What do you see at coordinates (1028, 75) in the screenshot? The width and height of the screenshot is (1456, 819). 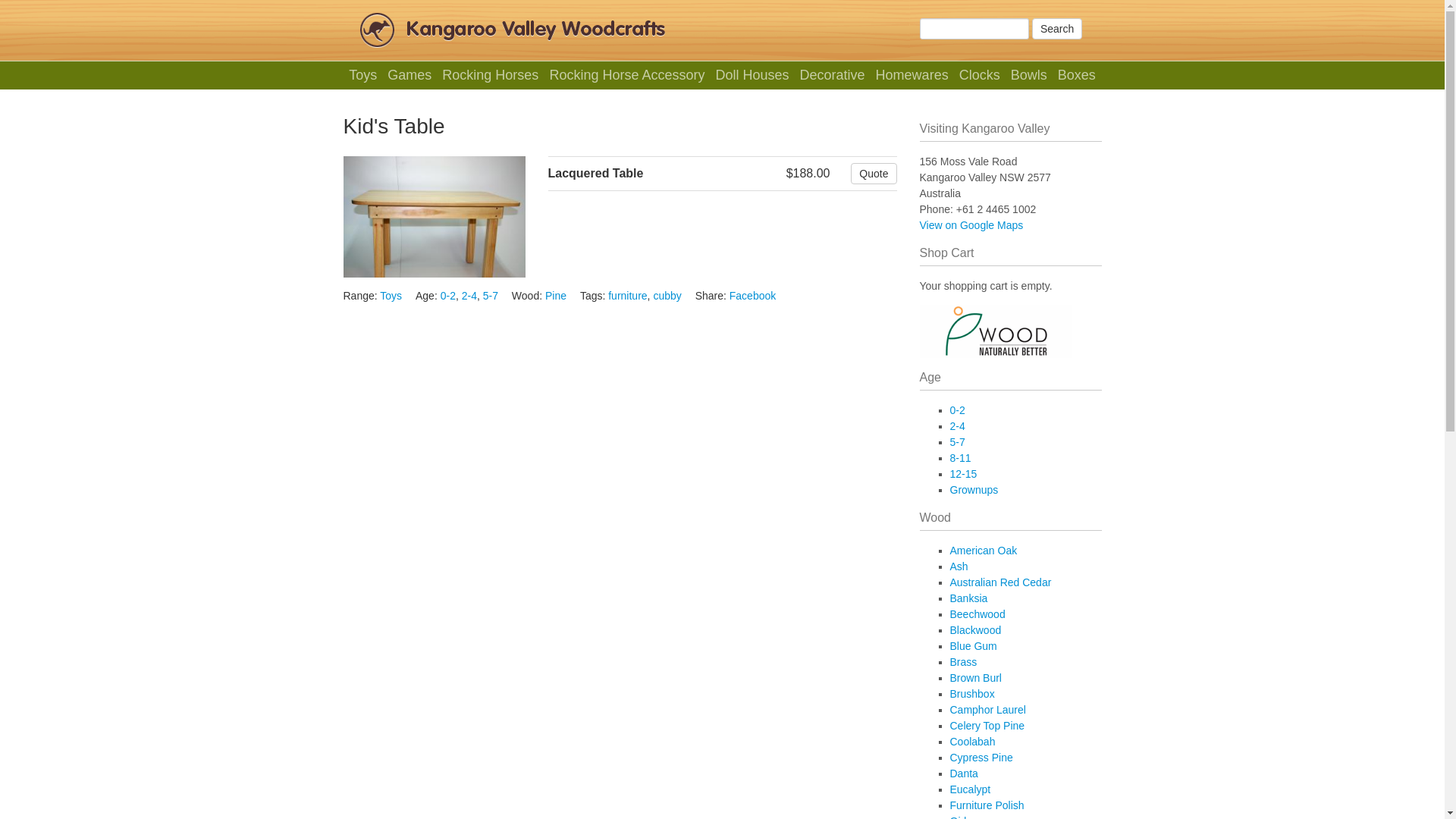 I see `'Bowls'` at bounding box center [1028, 75].